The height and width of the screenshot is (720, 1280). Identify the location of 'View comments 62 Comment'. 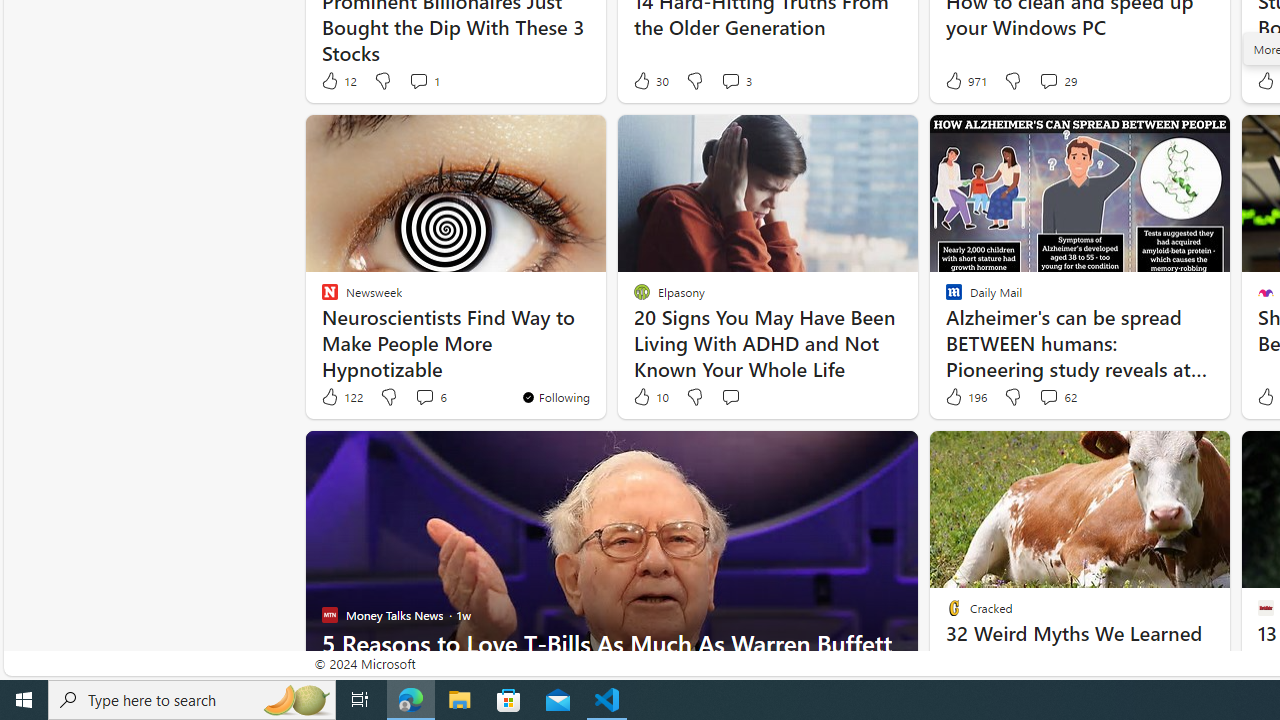
(1047, 397).